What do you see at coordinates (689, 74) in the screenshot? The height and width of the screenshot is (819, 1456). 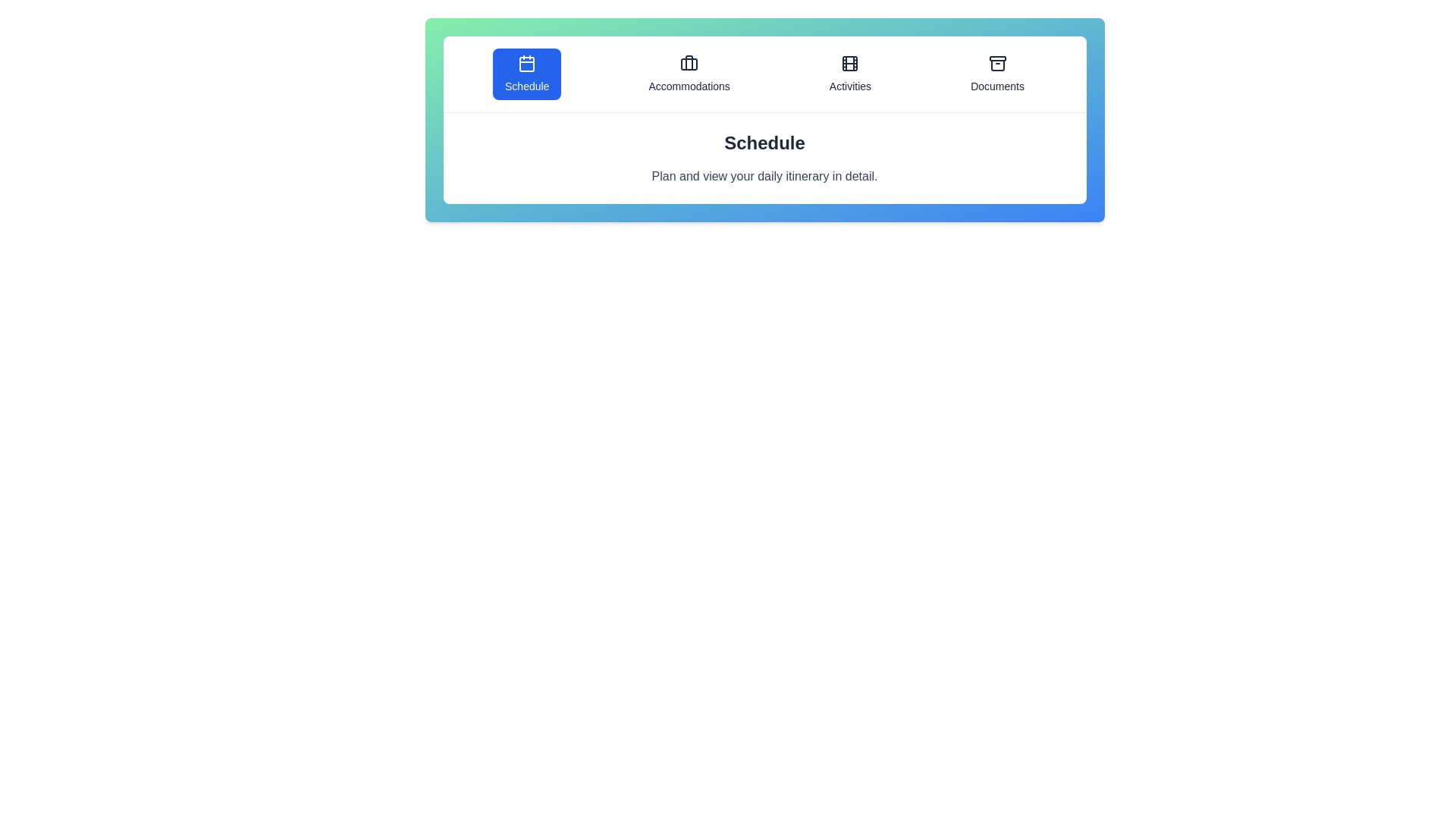 I see `the Accommodations tab to switch to it` at bounding box center [689, 74].